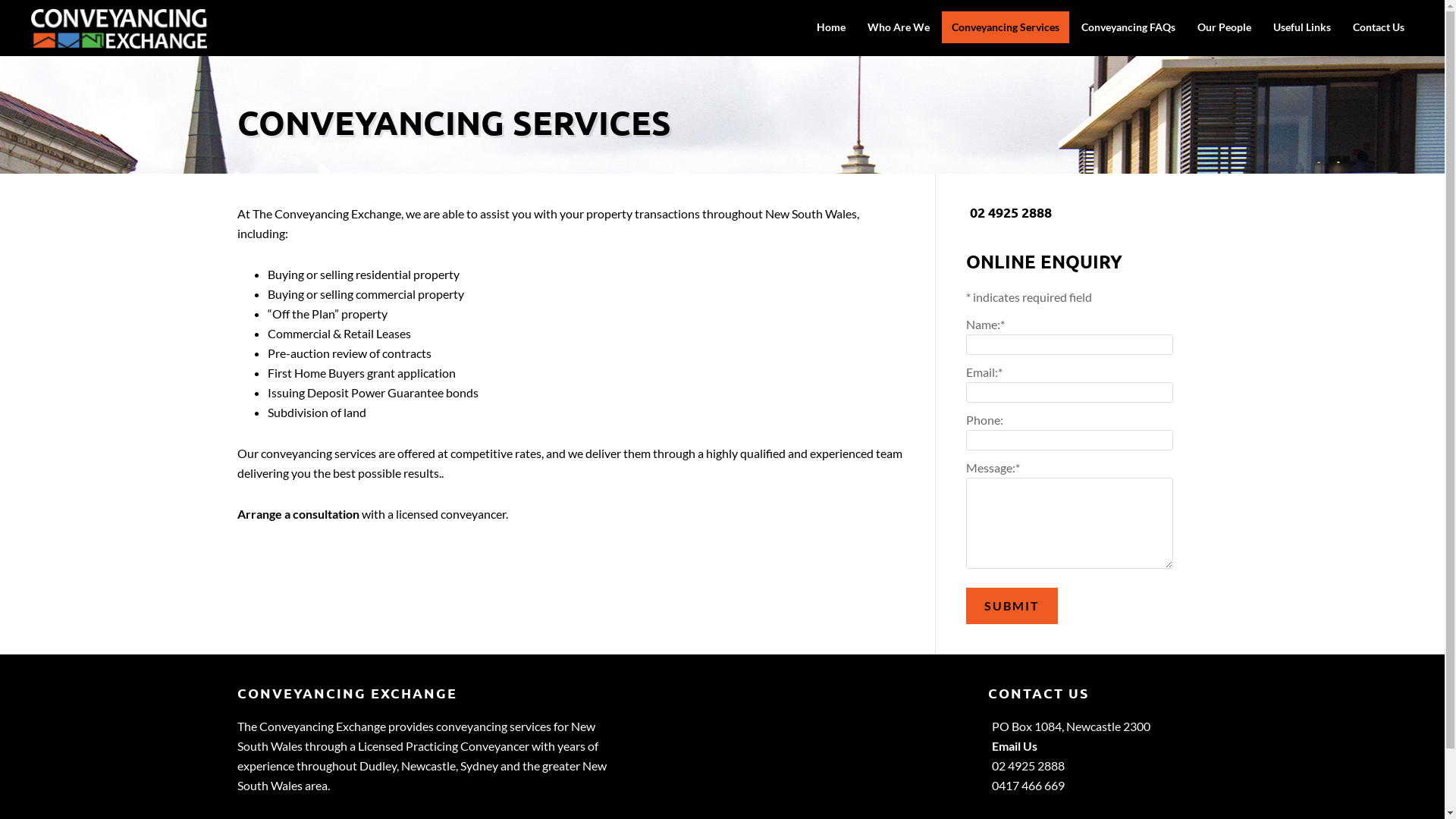  Describe the element at coordinates (992, 745) in the screenshot. I see `'Email Us'` at that location.